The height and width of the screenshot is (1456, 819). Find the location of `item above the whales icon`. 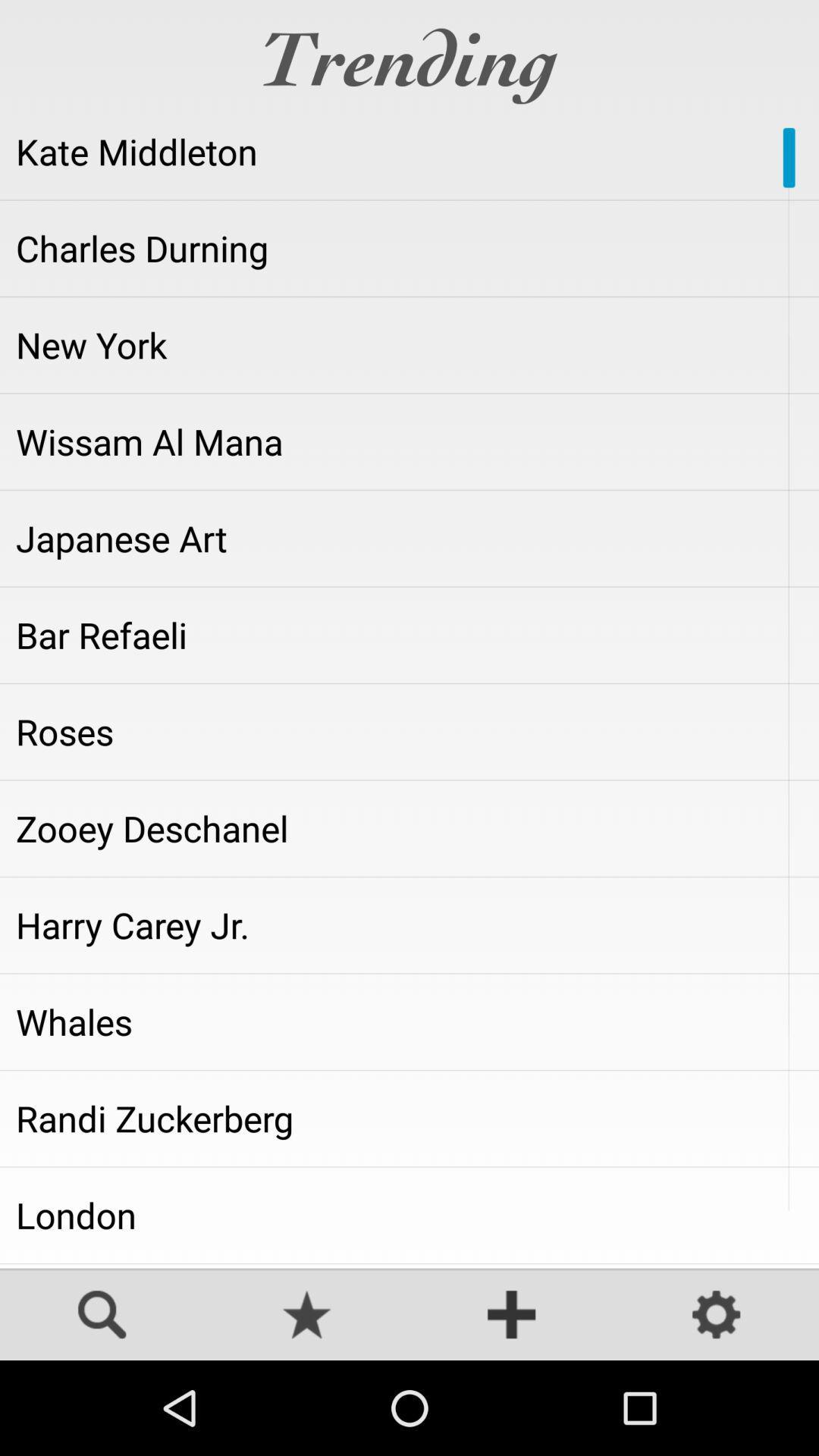

item above the whales icon is located at coordinates (409, 924).